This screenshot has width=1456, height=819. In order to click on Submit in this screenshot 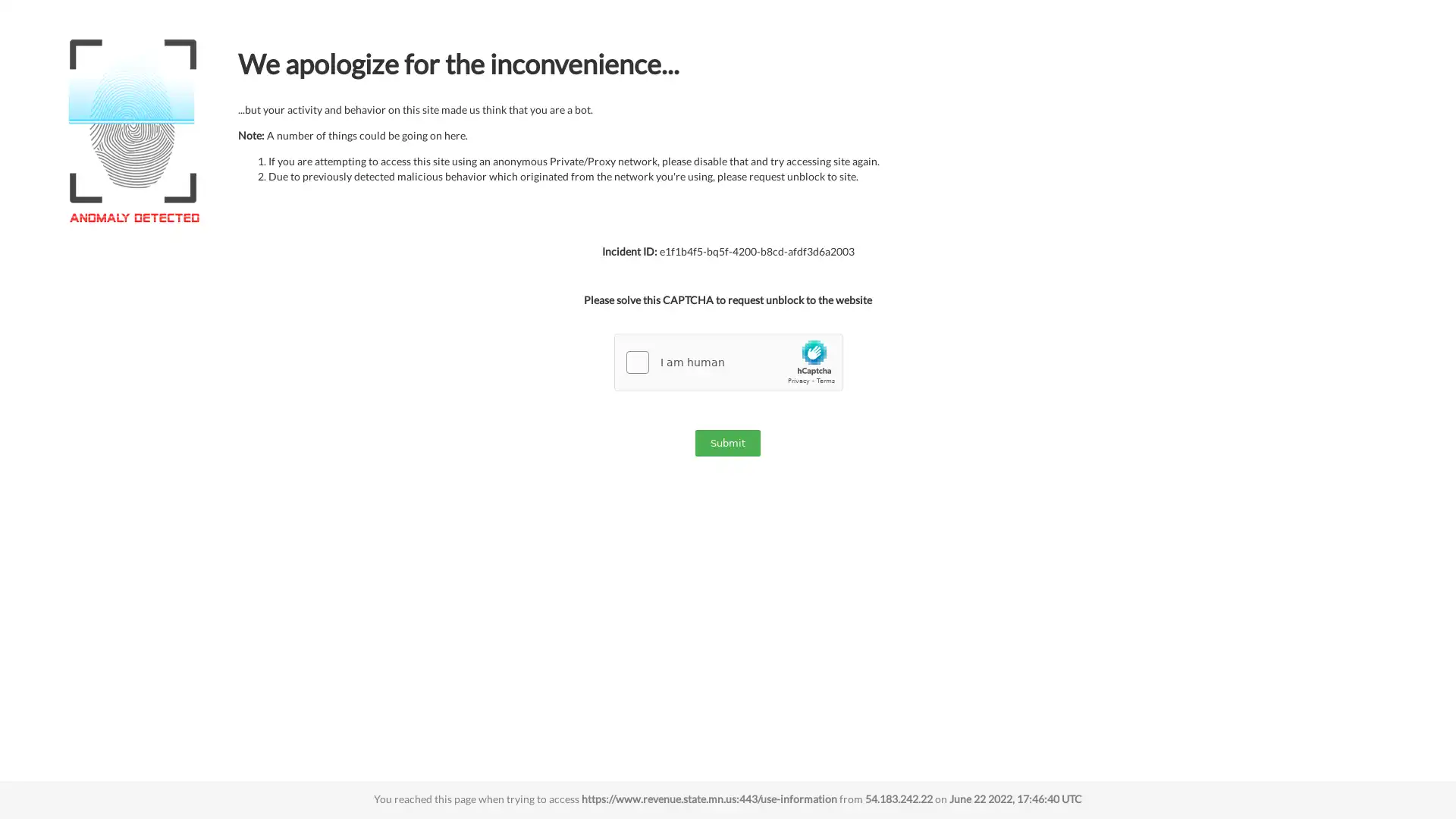, I will do `click(728, 443)`.